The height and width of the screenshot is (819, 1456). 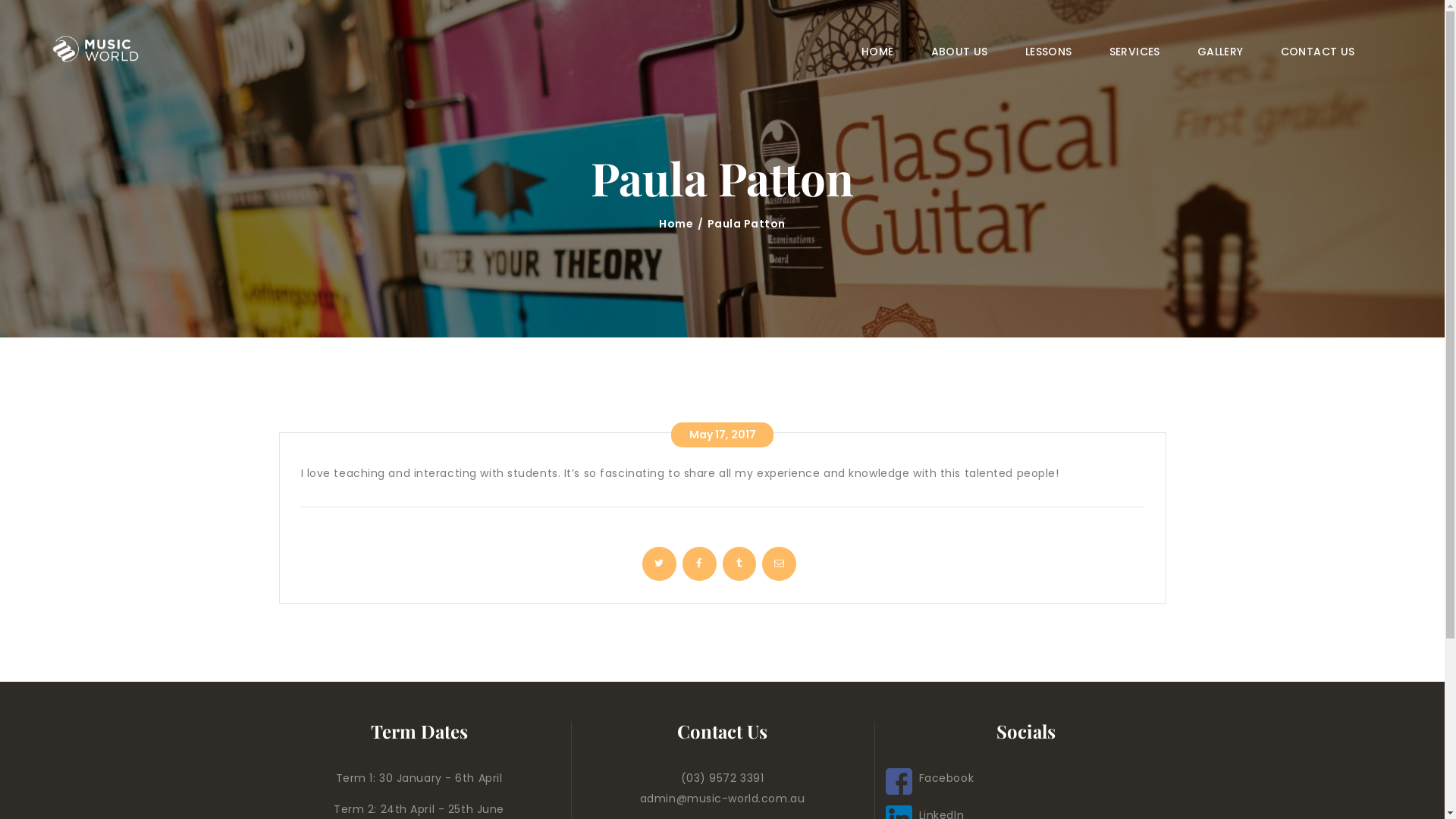 I want to click on 'LESSONS', so click(x=1047, y=51).